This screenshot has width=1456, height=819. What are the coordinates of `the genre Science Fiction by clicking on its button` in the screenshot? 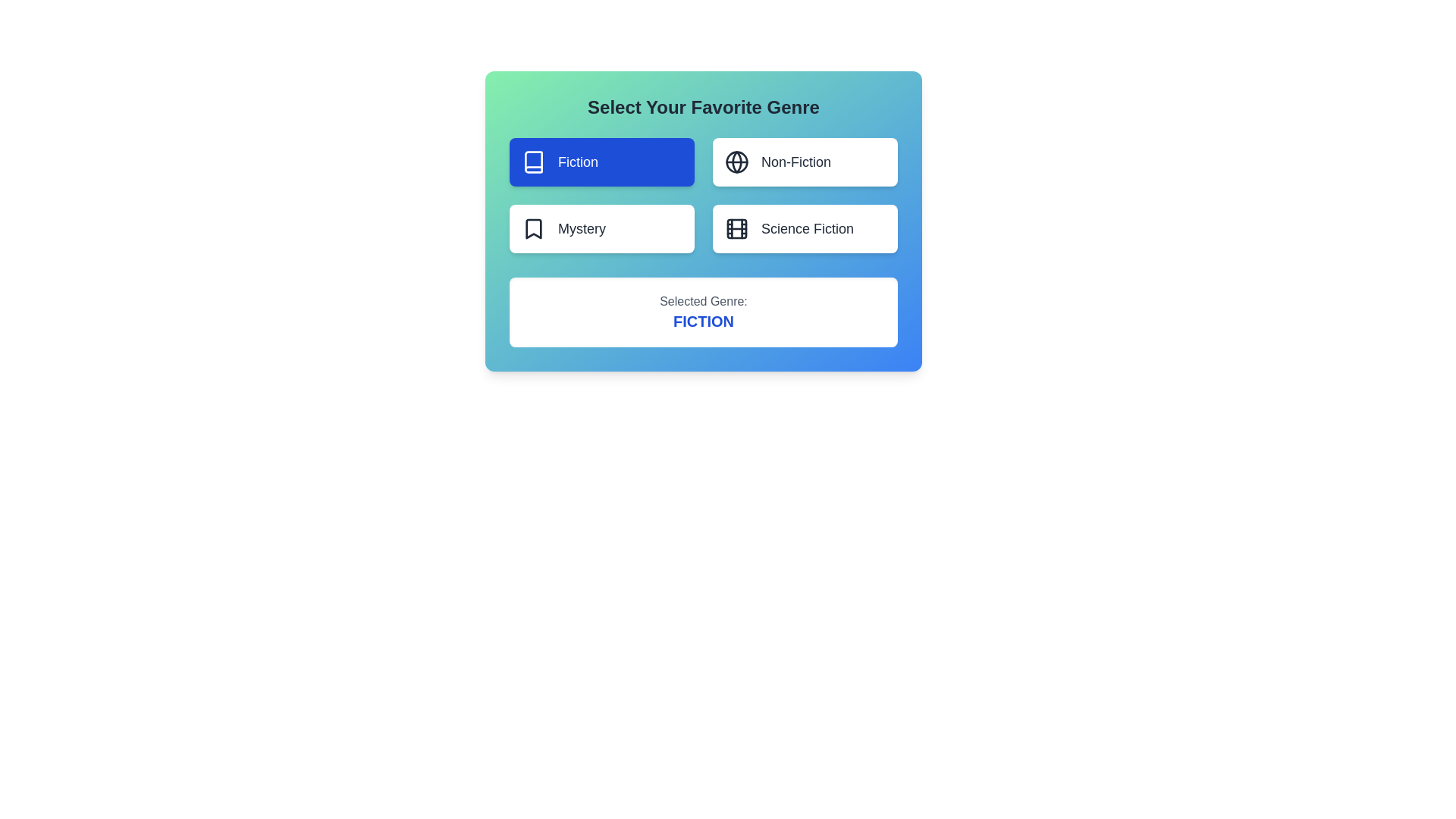 It's located at (804, 228).